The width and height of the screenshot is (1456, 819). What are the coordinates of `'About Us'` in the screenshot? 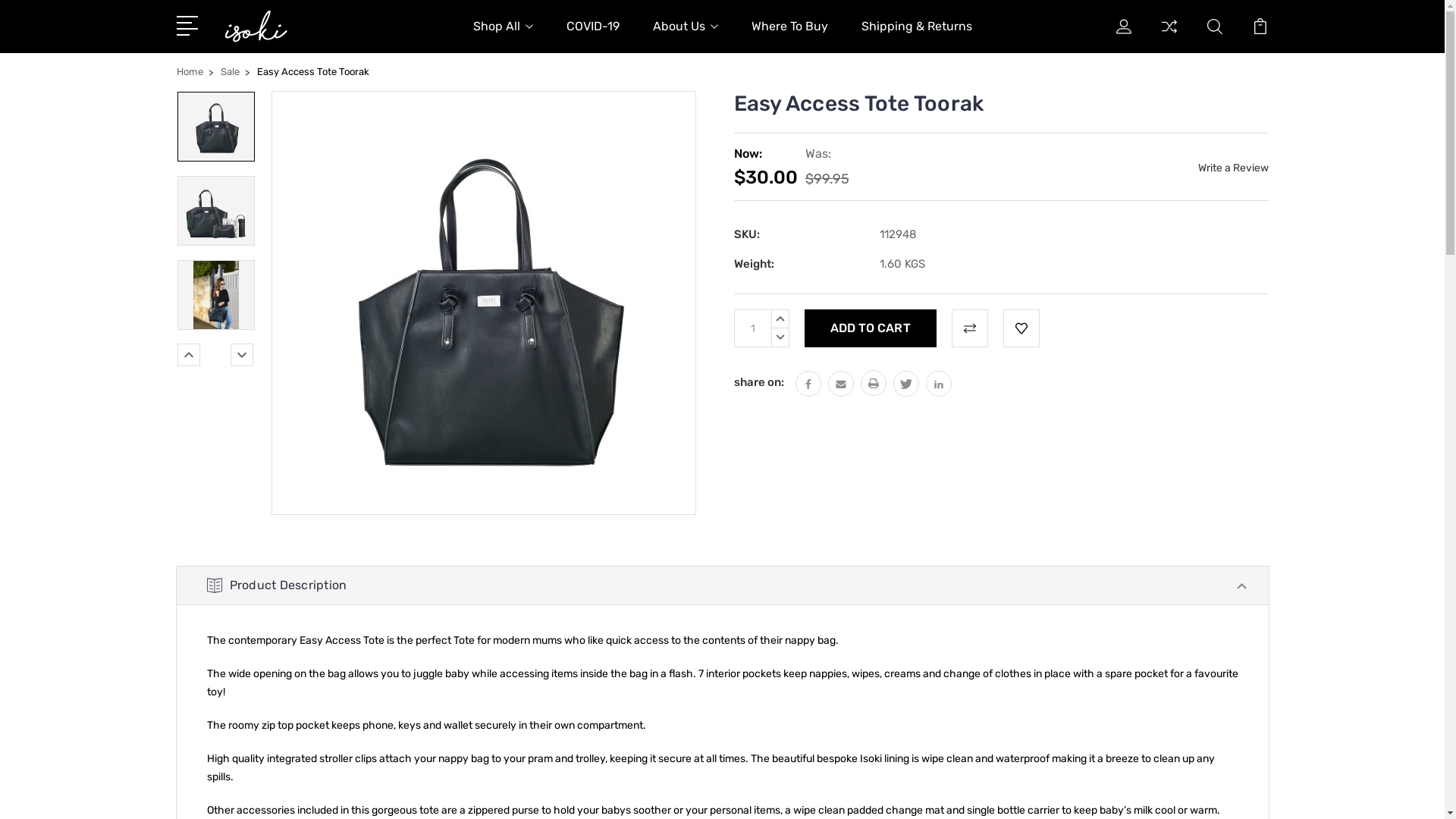 It's located at (683, 34).